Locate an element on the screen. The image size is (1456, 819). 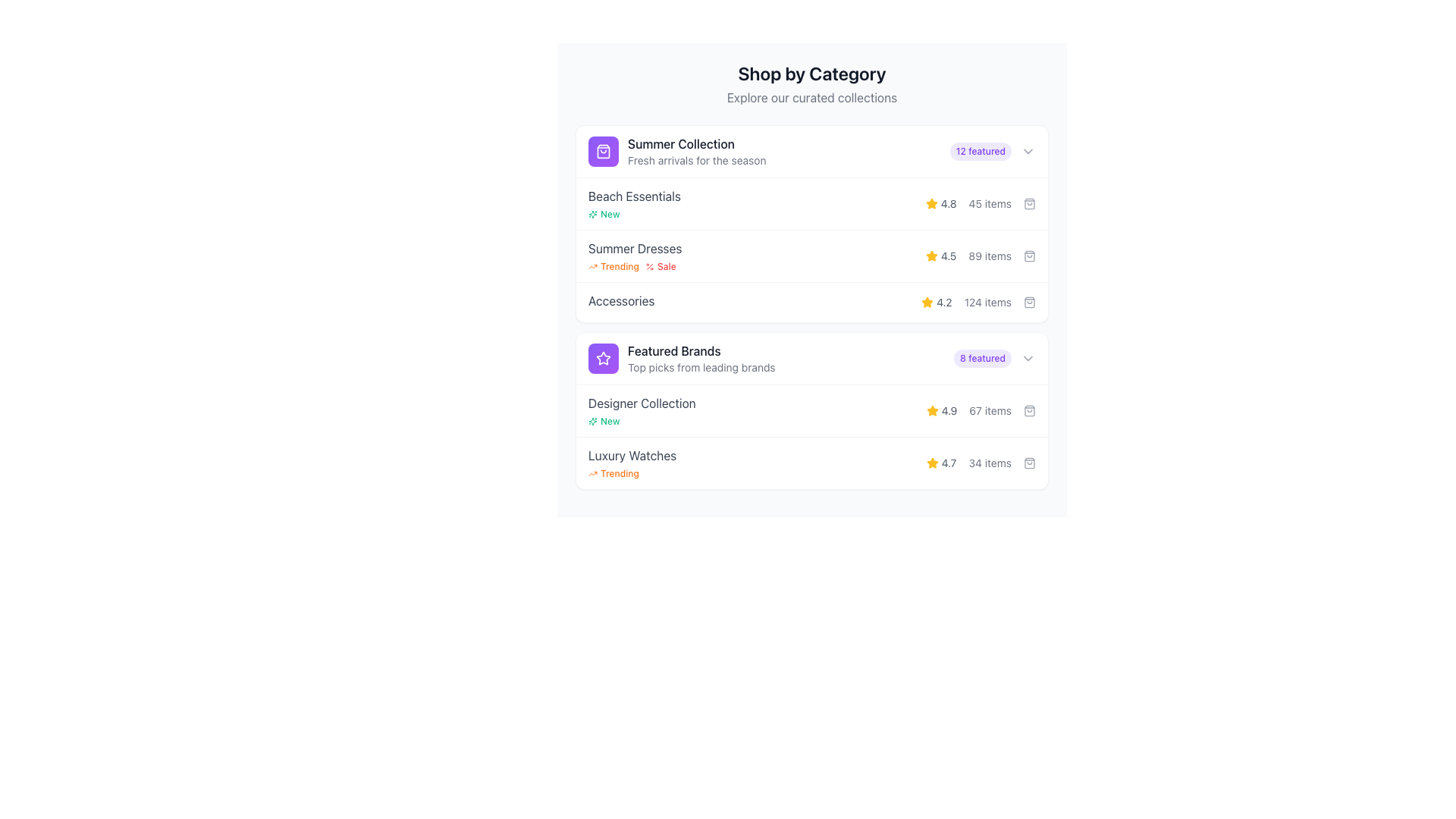
the shopping bag icon in the 'Featured Brands' section, located near the 'Designer Collection' entry, which is a non-interactive SVG graphic outlined in grey tones with hover-state transitions to violet is located at coordinates (1030, 411).